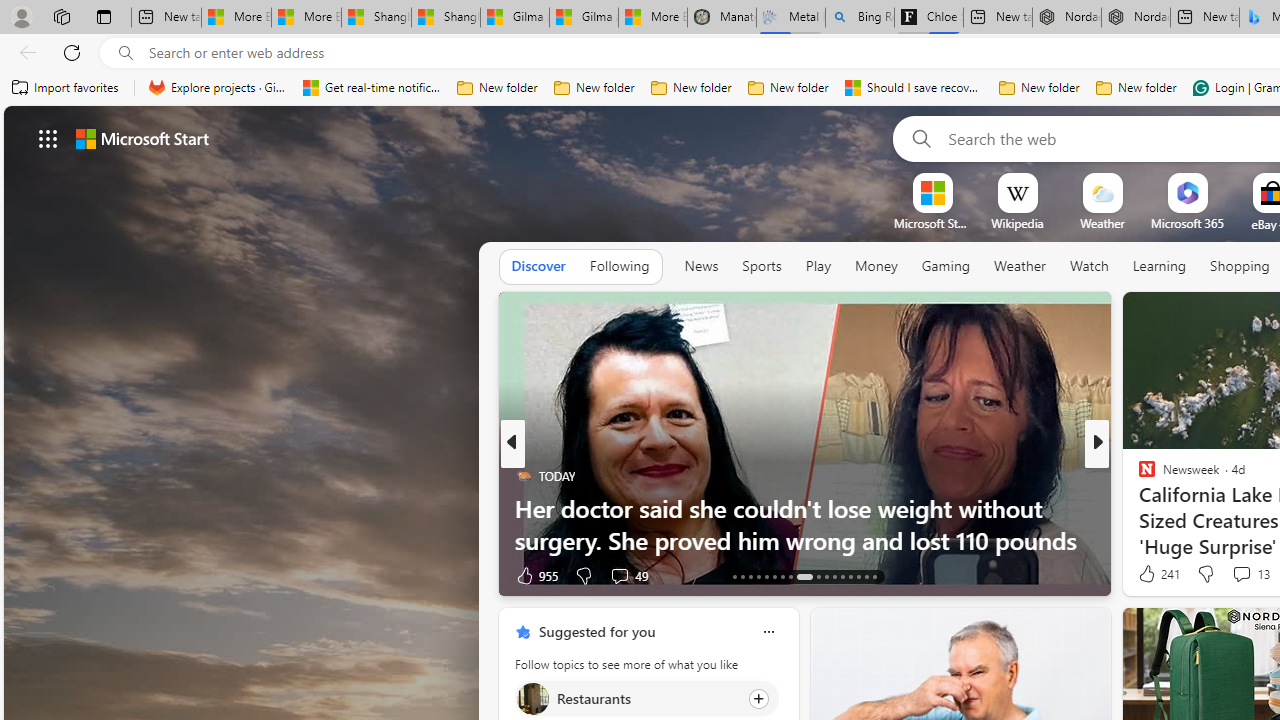  What do you see at coordinates (767, 632) in the screenshot?
I see `'Class: icon-img'` at bounding box center [767, 632].